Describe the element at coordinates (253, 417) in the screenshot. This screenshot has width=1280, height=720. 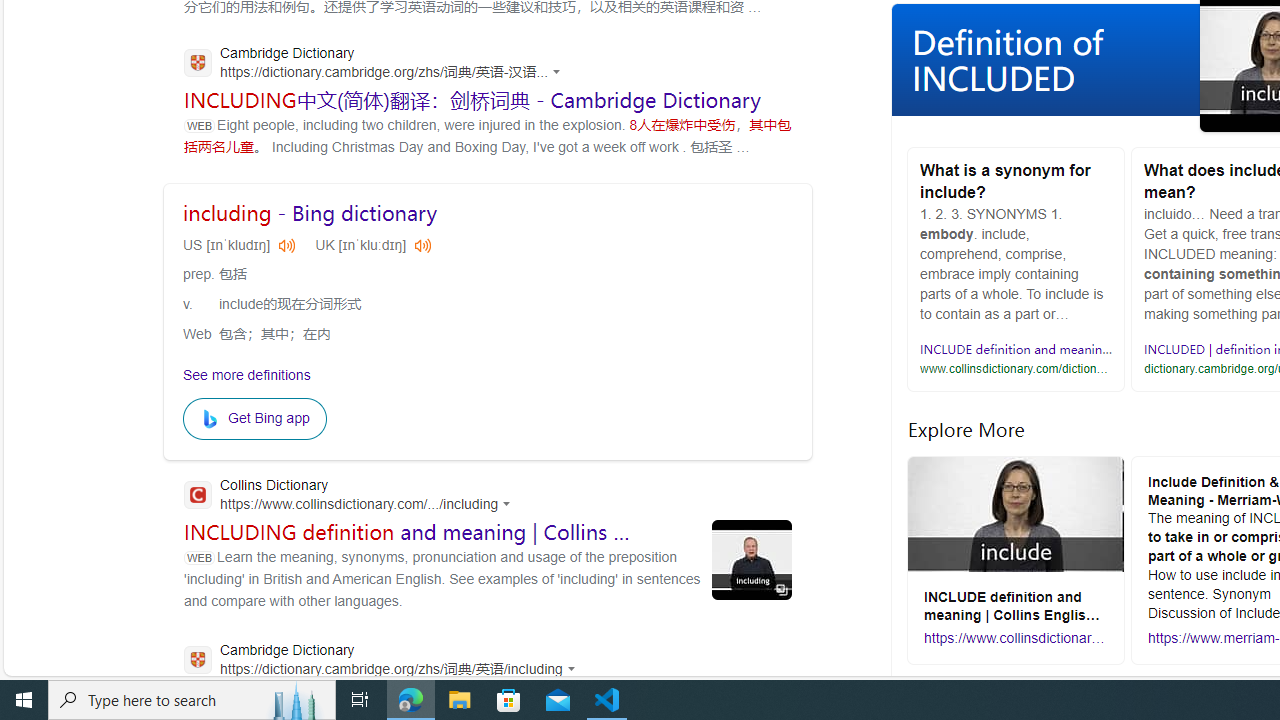
I see `'Get Bing app'` at that location.